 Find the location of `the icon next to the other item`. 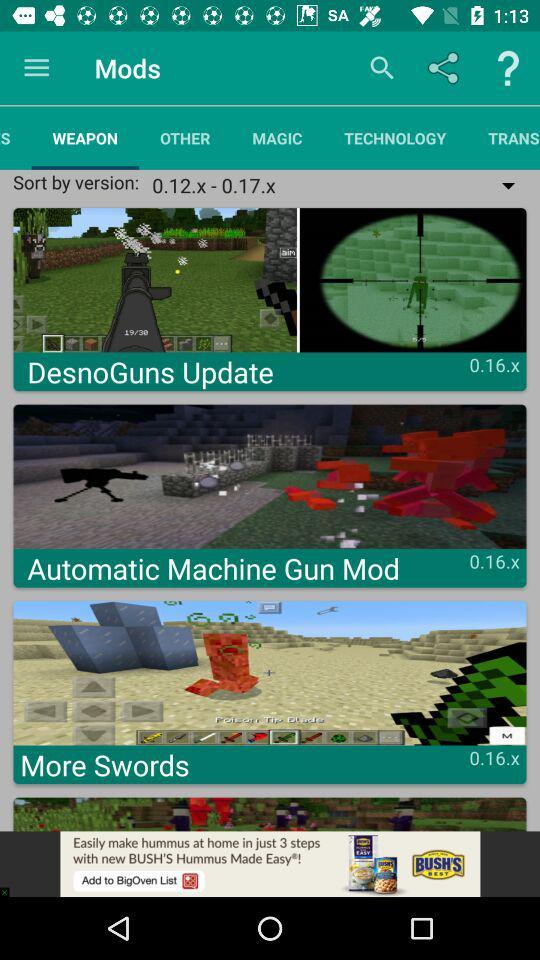

the icon next to the other item is located at coordinates (276, 137).